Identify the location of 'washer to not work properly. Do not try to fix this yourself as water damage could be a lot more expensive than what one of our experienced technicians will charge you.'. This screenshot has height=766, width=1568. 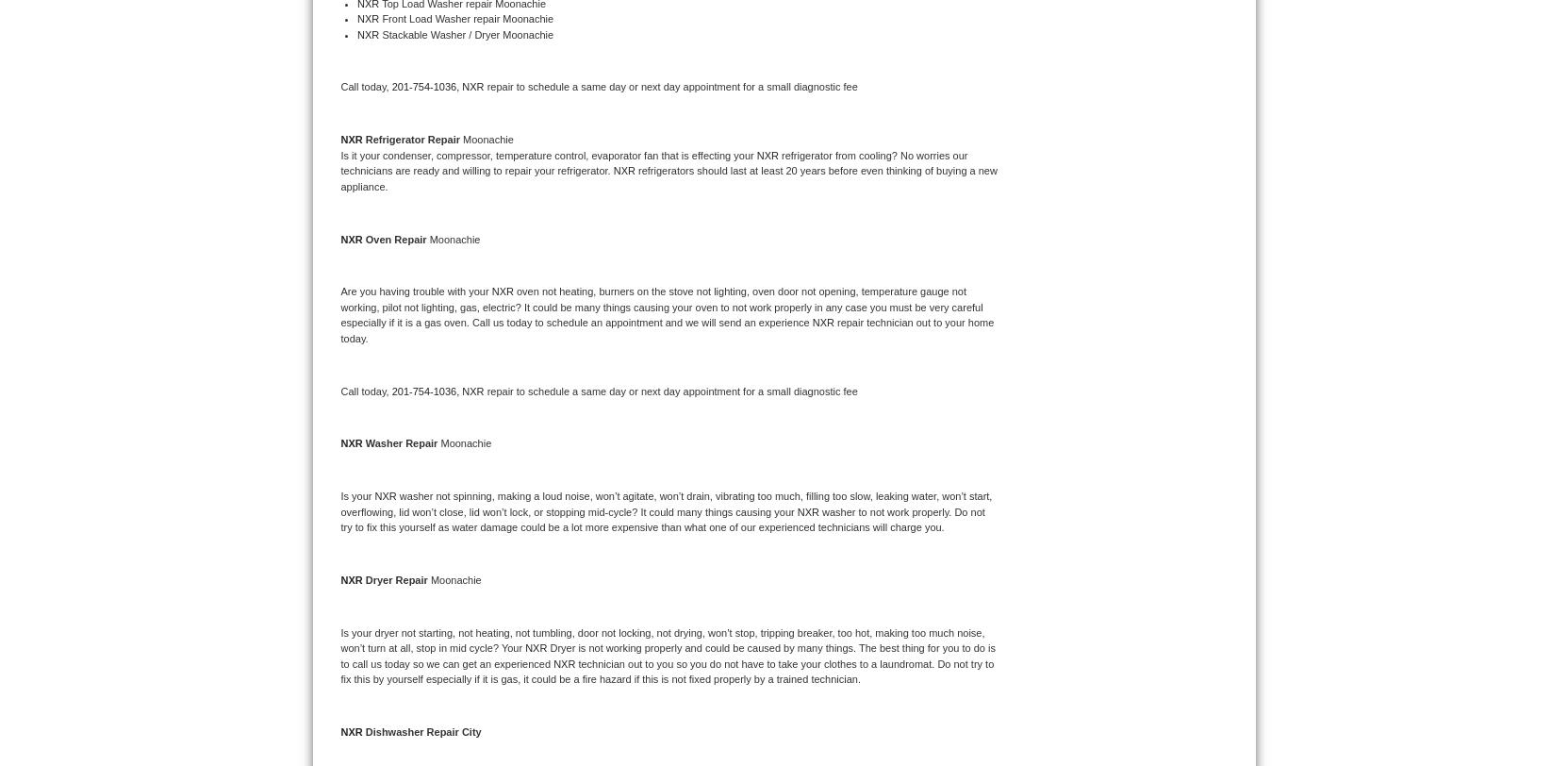
(663, 519).